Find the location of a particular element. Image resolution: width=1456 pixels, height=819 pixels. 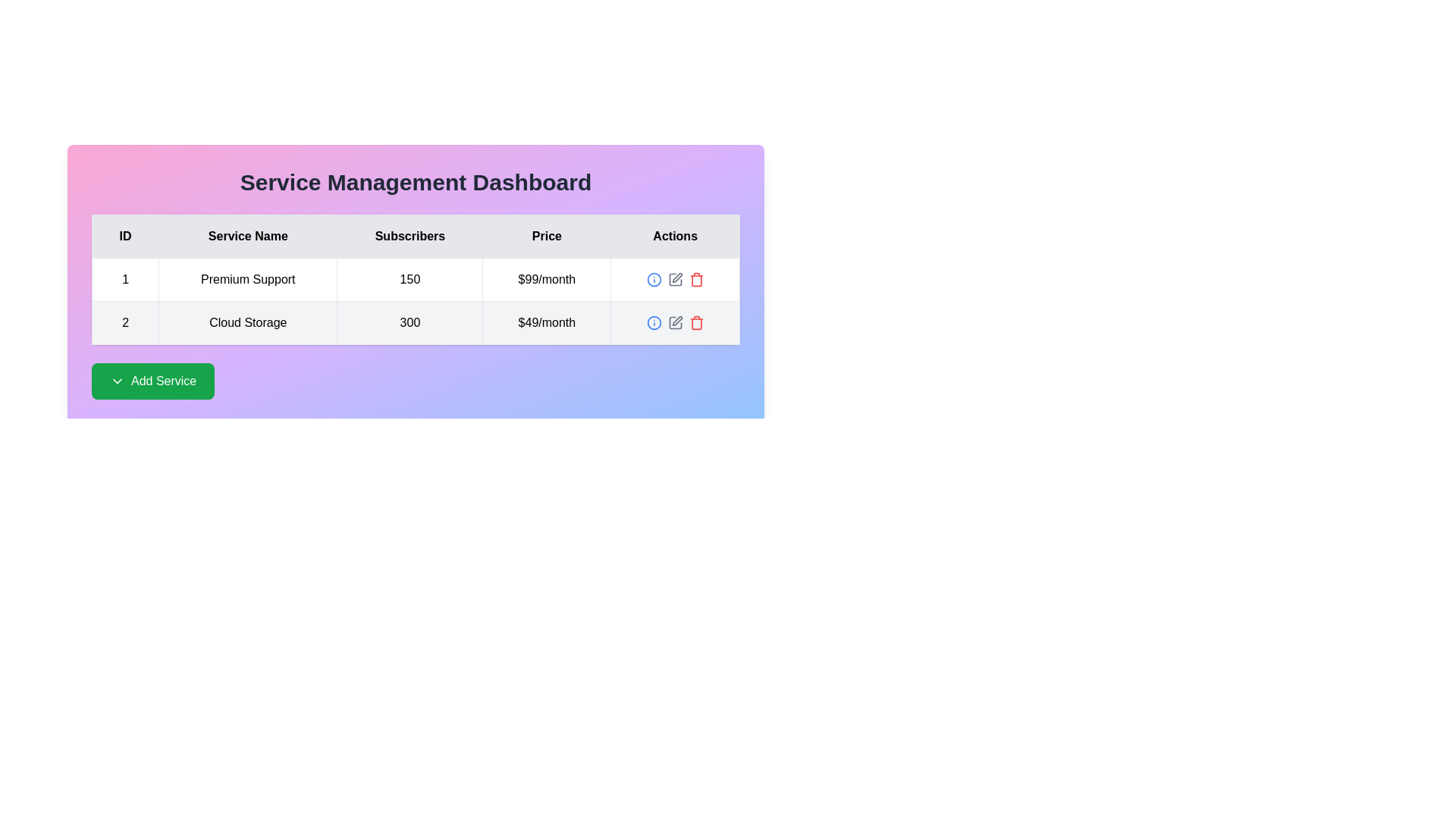

the second table row in the service management dashboard that displays 'ID' as '2', 'Service Name' as 'Cloud Storage', 'Subscribers' as '300', 'Price' as '$49/month', and contains action icons is located at coordinates (416, 322).